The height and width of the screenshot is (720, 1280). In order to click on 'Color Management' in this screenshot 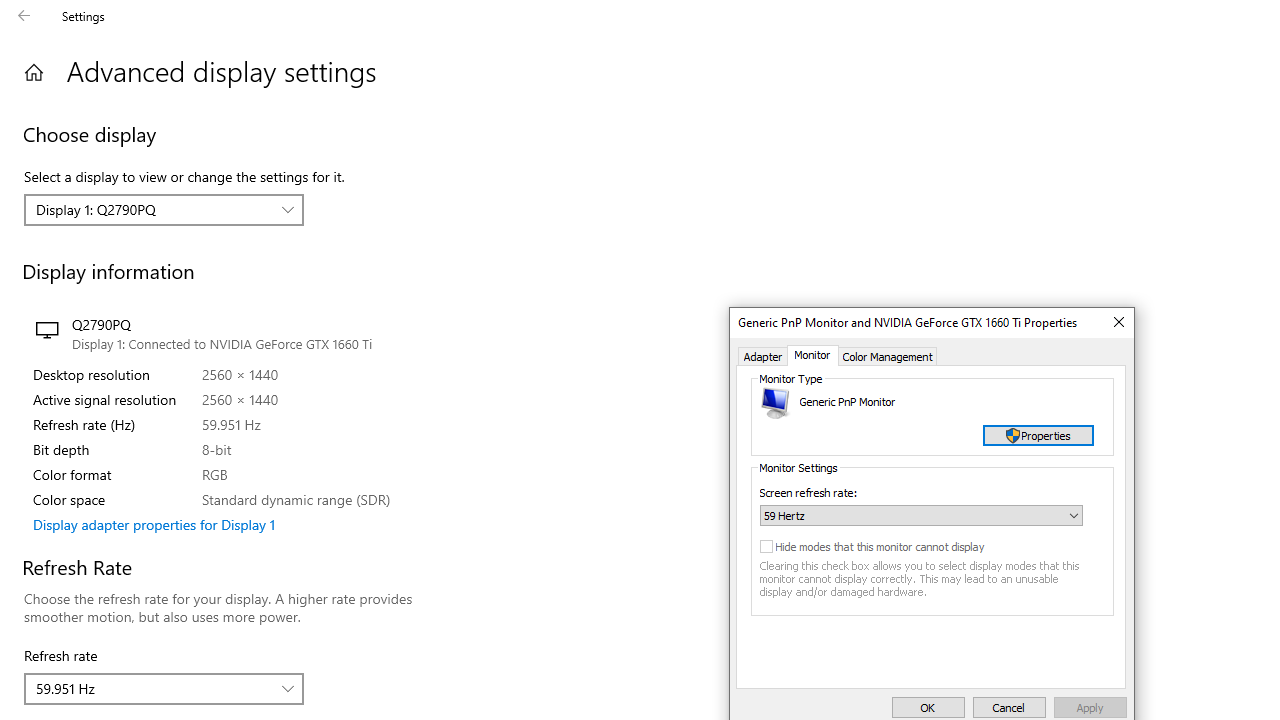, I will do `click(887, 355)`.